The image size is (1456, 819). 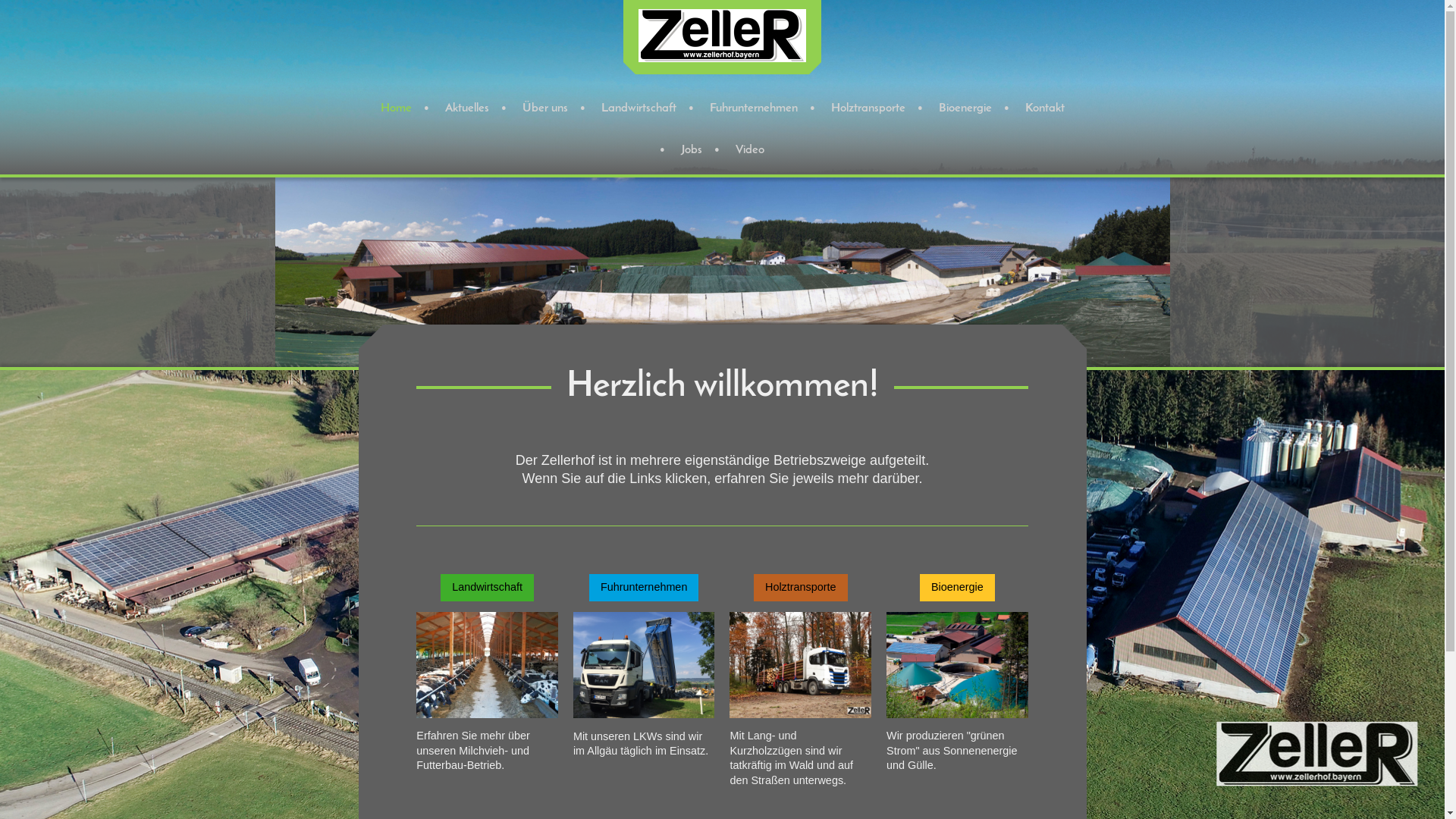 I want to click on 'Fuhrunternehmen', so click(x=753, y=108).